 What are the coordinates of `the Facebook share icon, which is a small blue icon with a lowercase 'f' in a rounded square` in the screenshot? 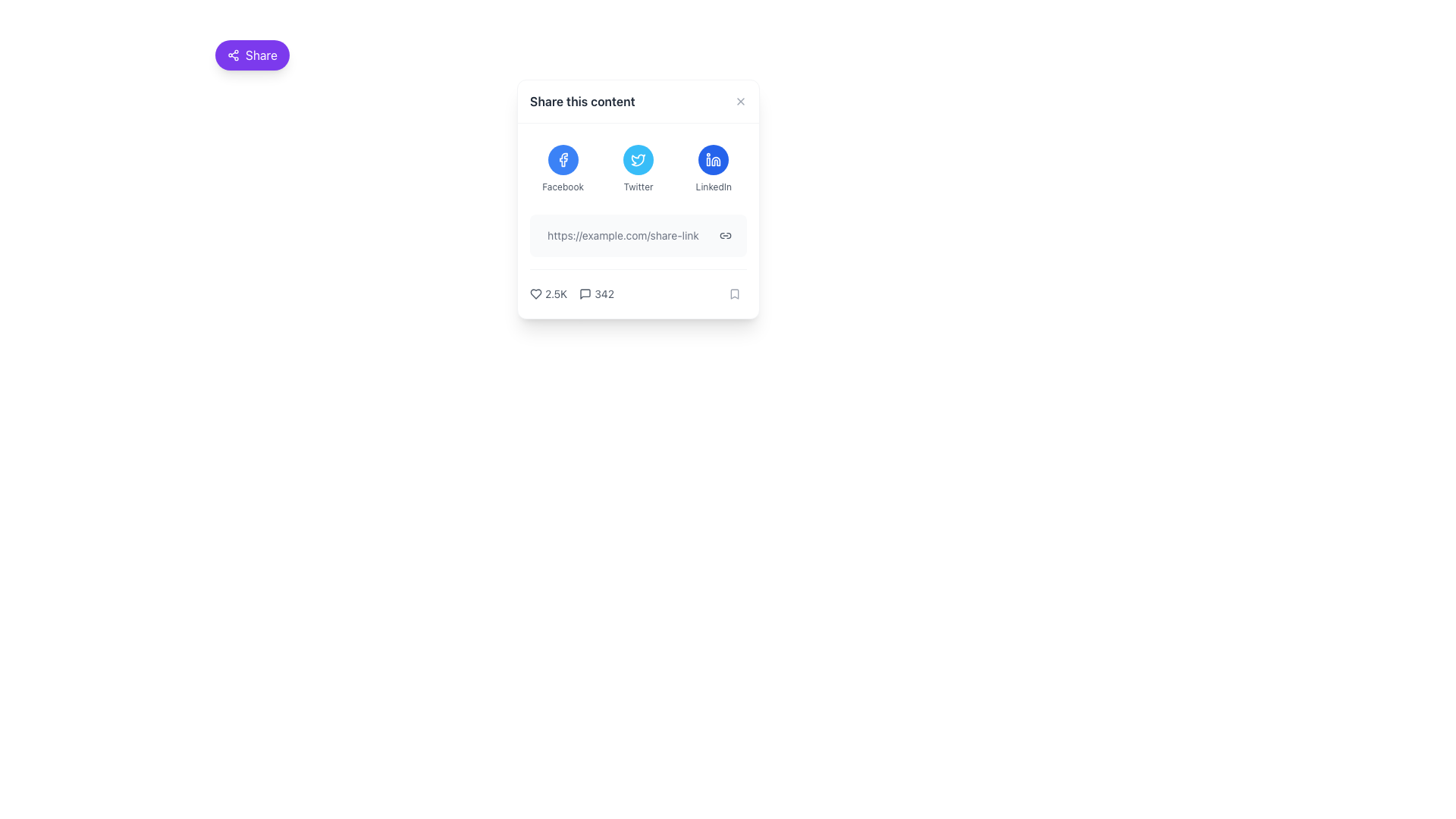 It's located at (563, 160).